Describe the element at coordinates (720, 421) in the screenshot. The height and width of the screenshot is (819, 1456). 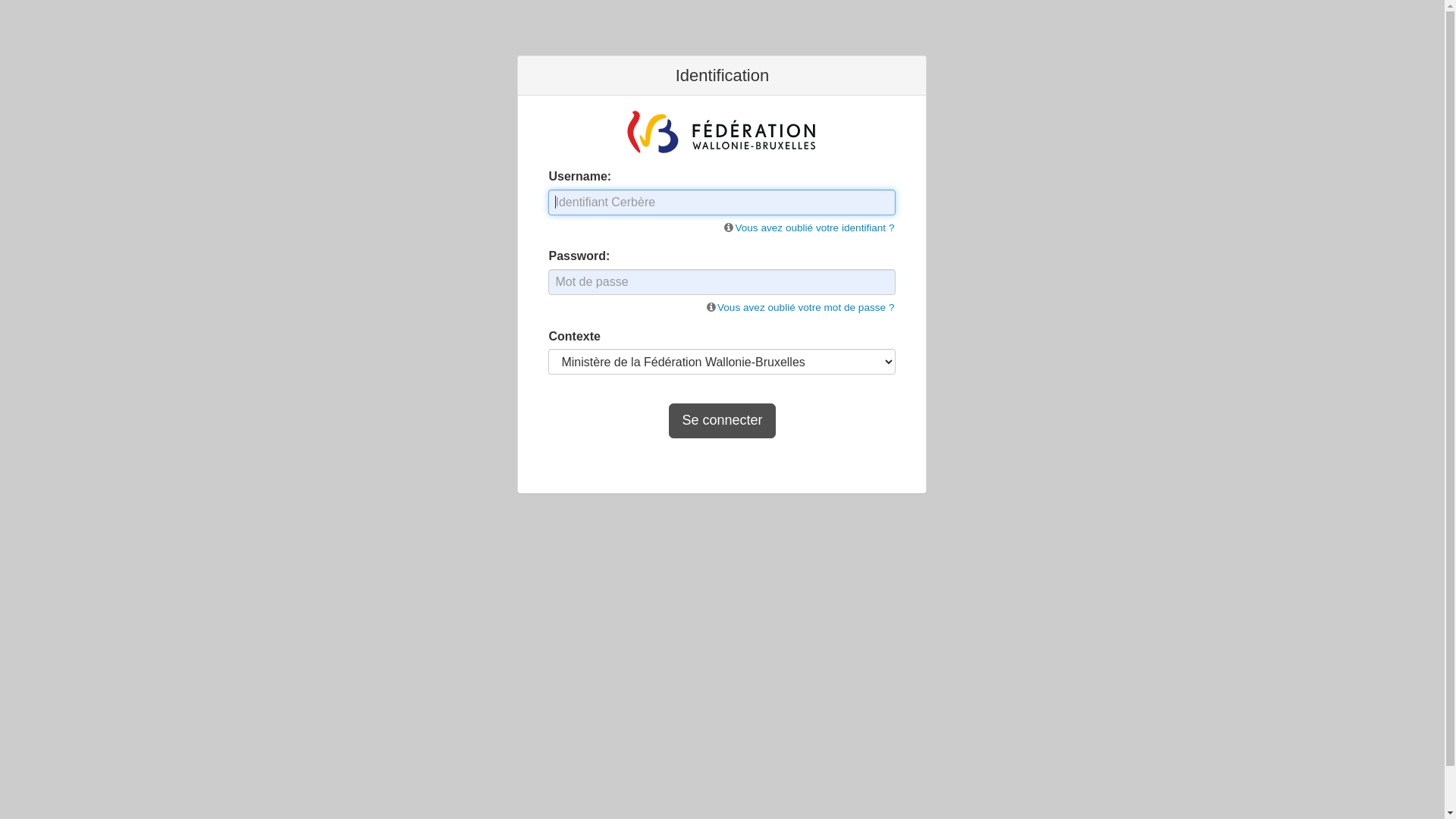
I see `'Se connecter'` at that location.